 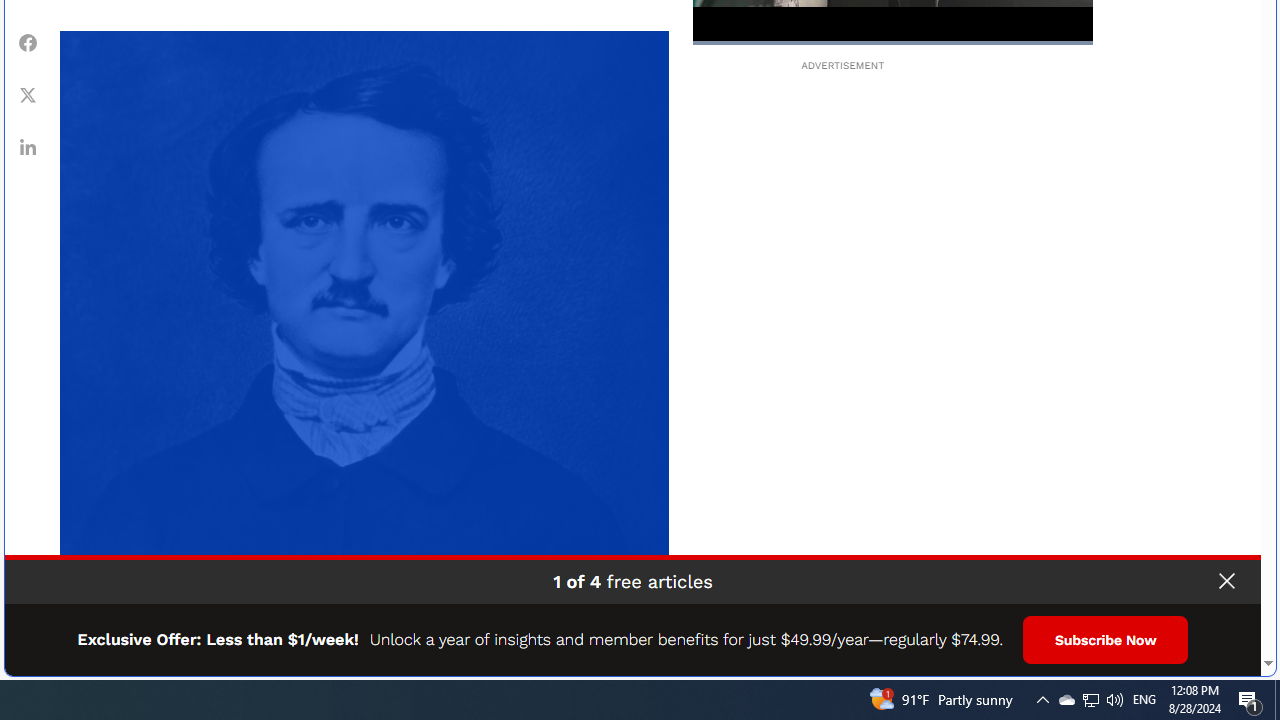 I want to click on 'Share Linkedin', so click(x=28, y=146).